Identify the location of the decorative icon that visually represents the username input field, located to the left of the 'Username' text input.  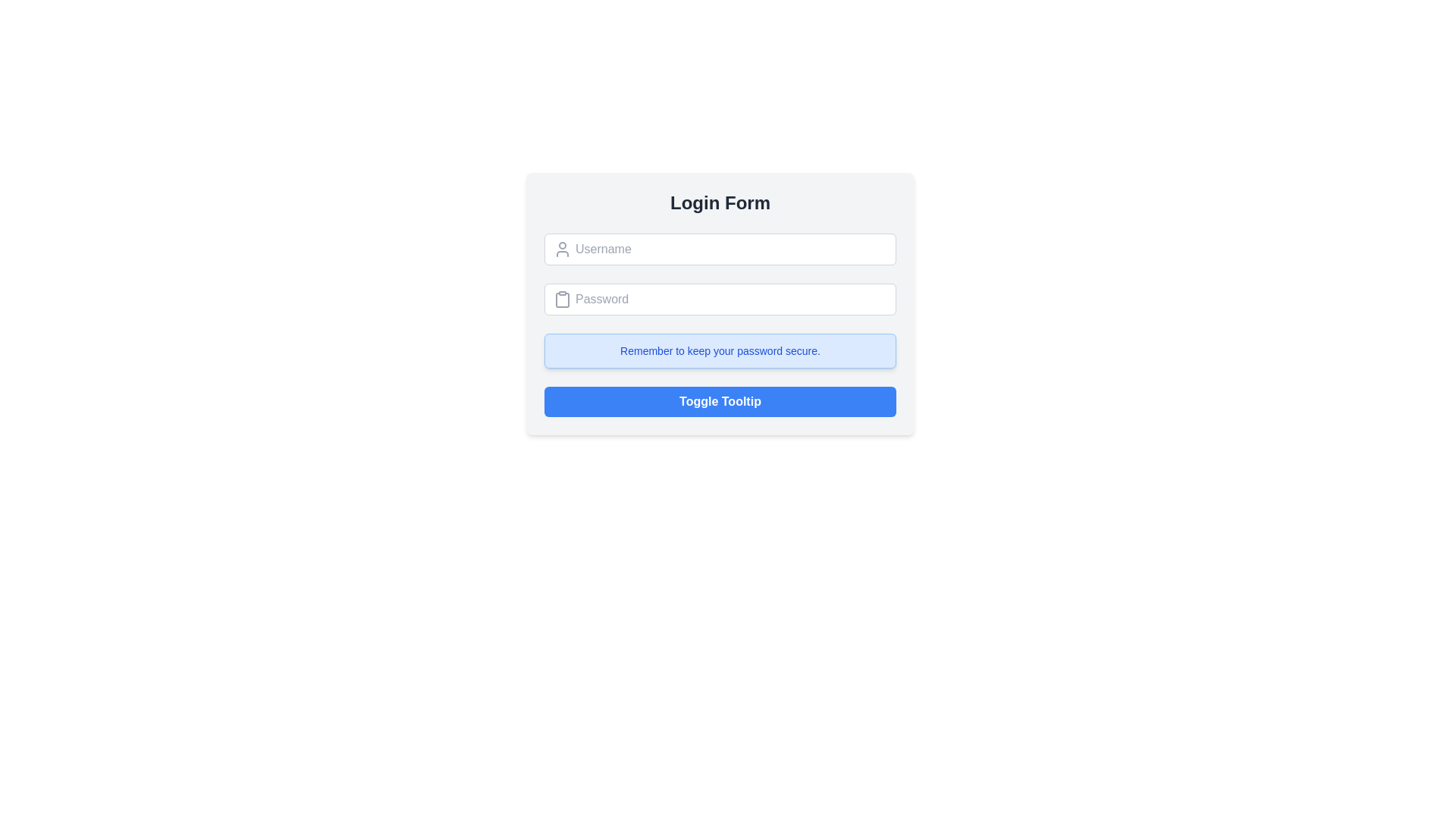
(562, 248).